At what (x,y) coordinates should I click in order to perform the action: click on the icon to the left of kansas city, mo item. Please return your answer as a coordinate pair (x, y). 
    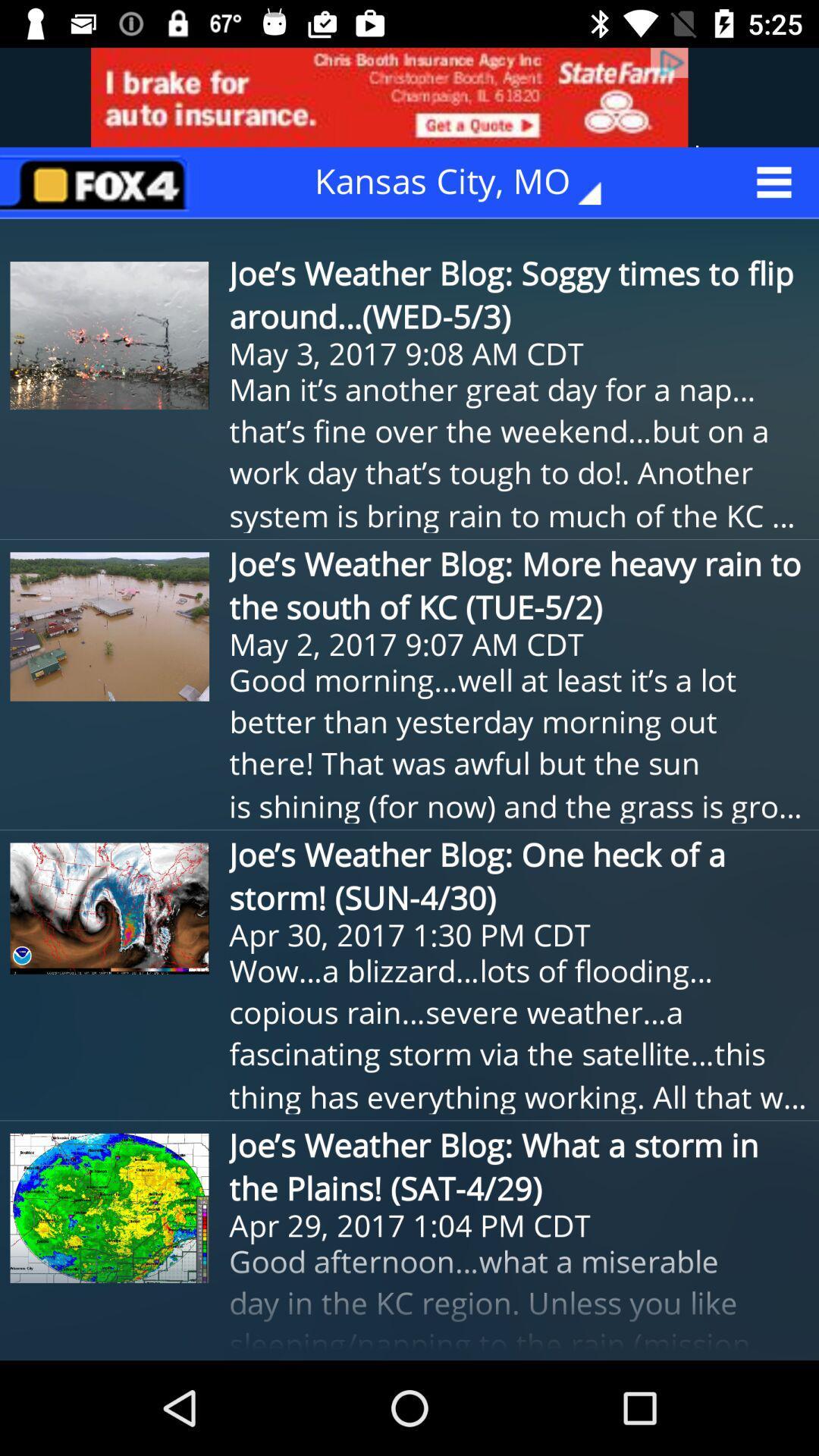
    Looking at the image, I should click on (99, 182).